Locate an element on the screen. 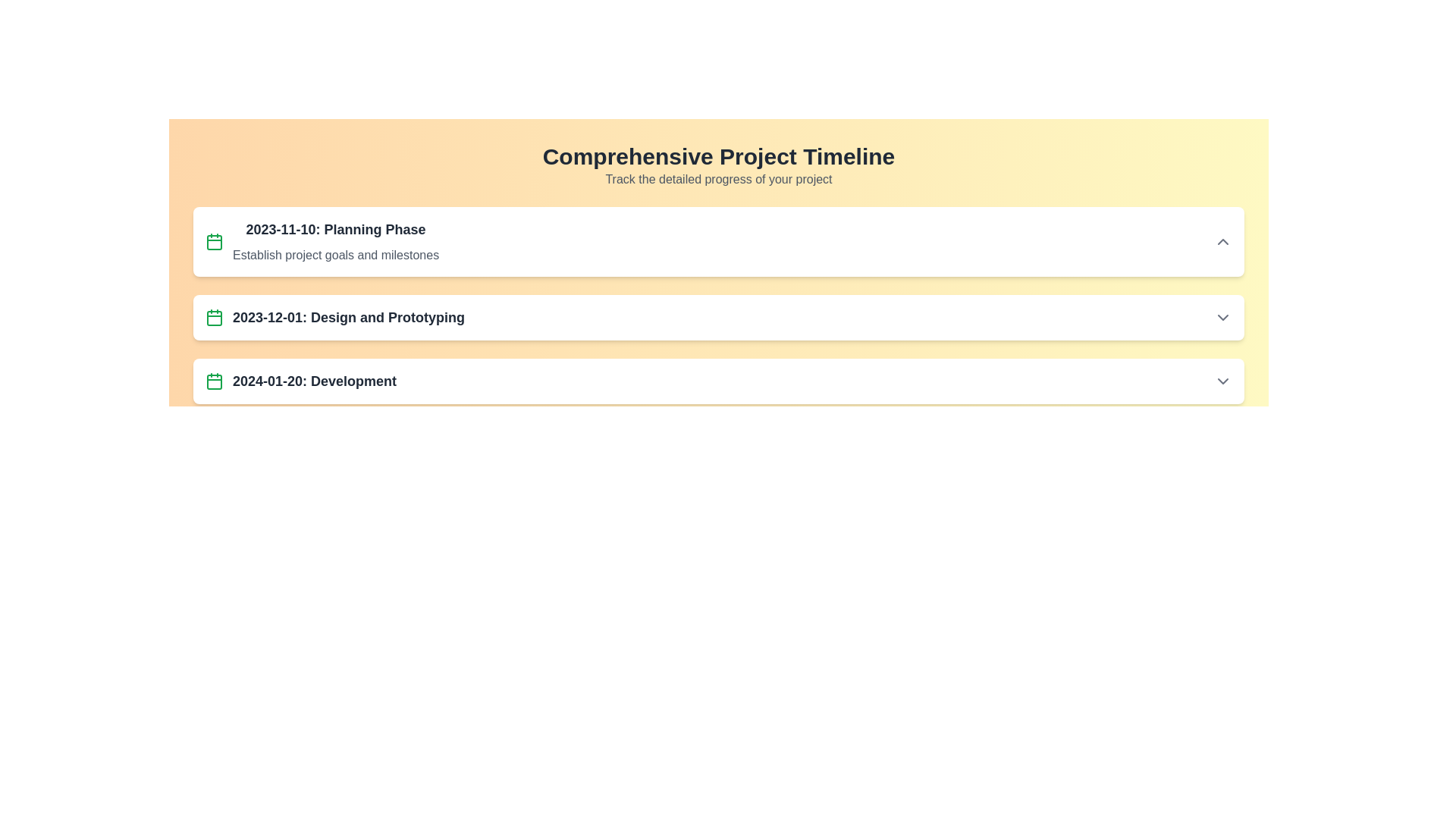 This screenshot has width=1456, height=819. event information from the list item containing a green calendar icon and the text '2024-01-20: Development', which is the third entry in a vertical list of similar elements is located at coordinates (301, 380).